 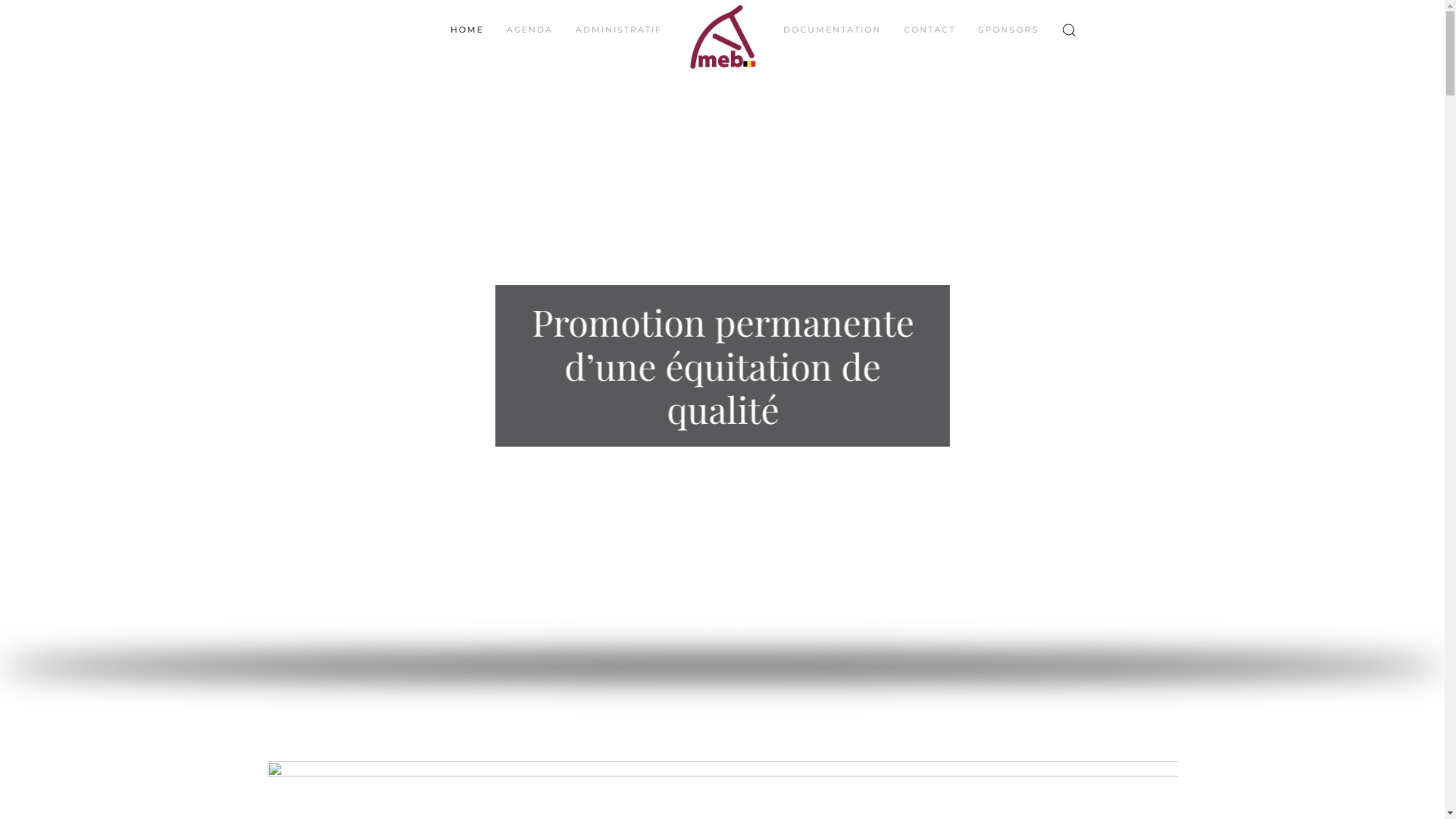 I want to click on 'ADMINISTRATIF', so click(x=618, y=30).